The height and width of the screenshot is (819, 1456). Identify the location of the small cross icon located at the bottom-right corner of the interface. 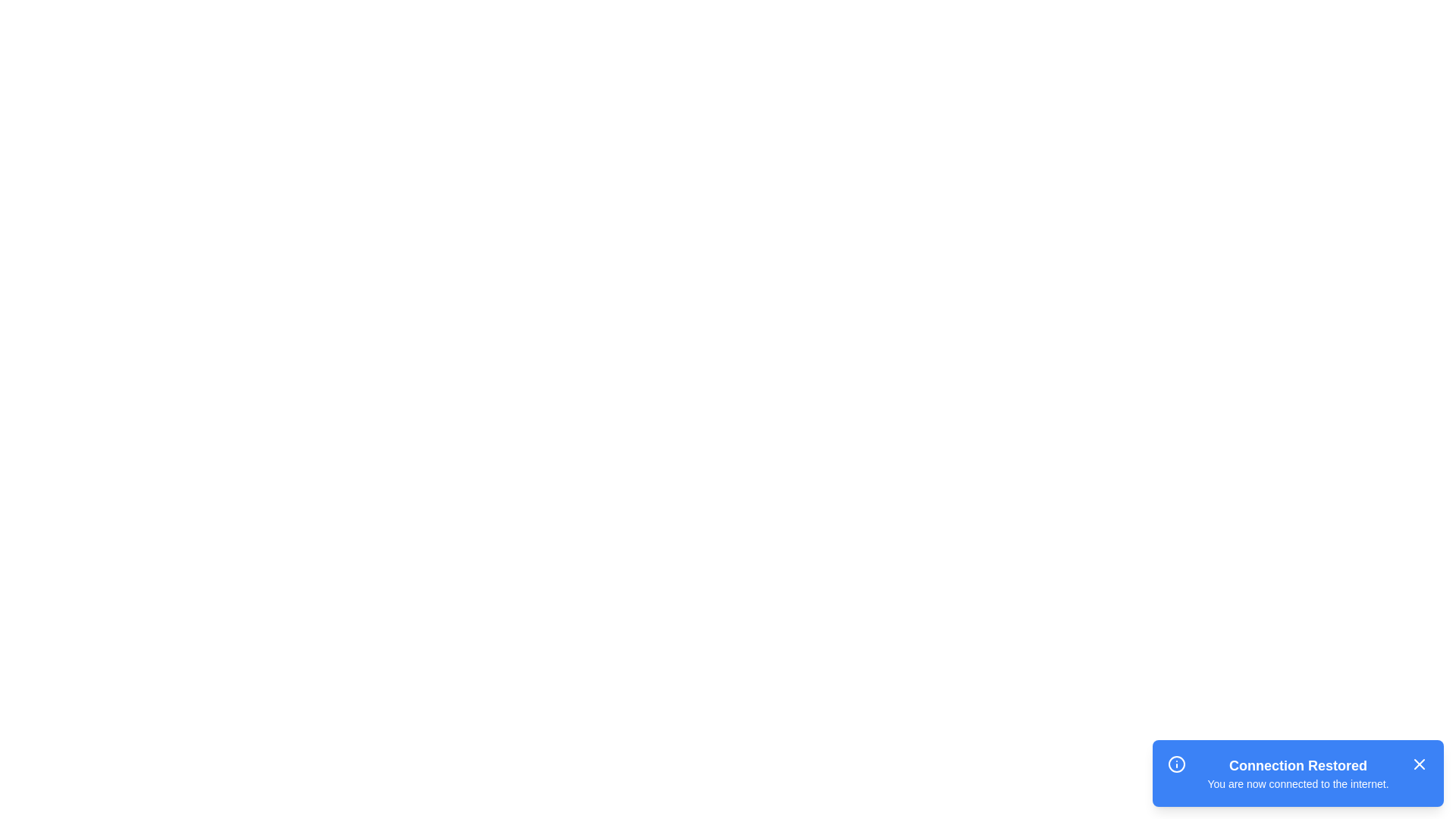
(1419, 764).